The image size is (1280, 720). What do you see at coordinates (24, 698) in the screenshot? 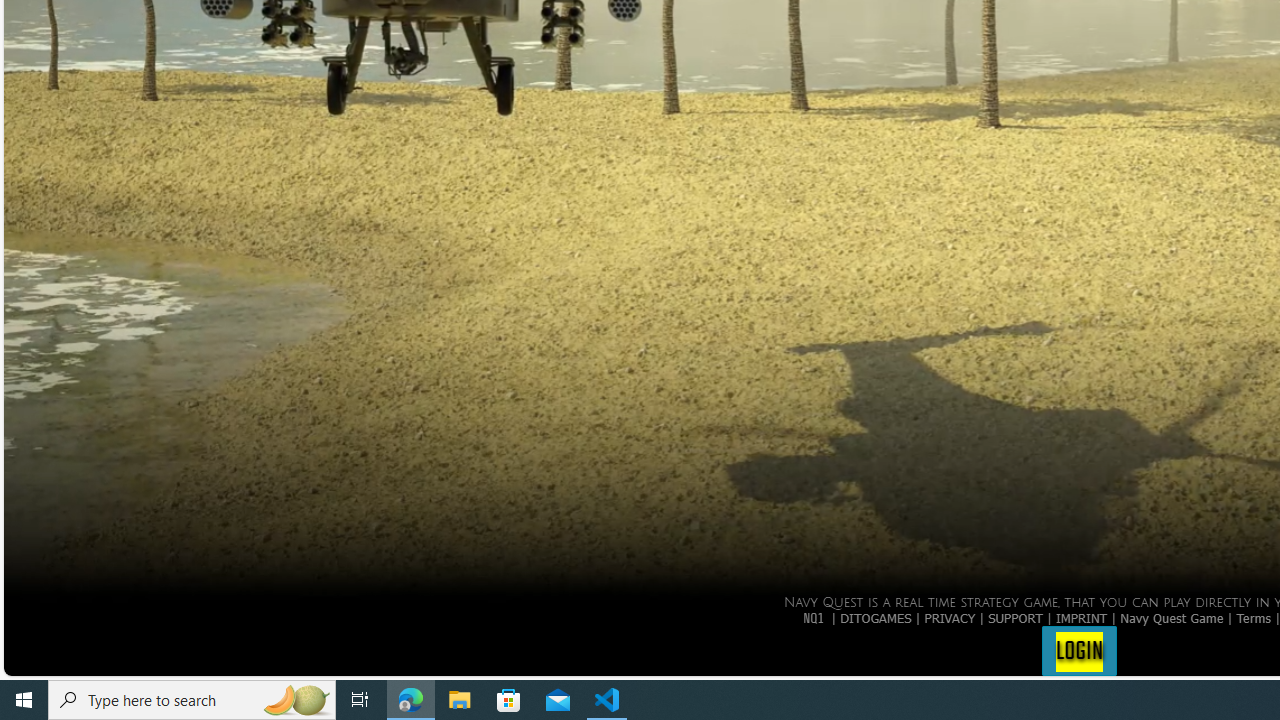
I see `'Start'` at bounding box center [24, 698].